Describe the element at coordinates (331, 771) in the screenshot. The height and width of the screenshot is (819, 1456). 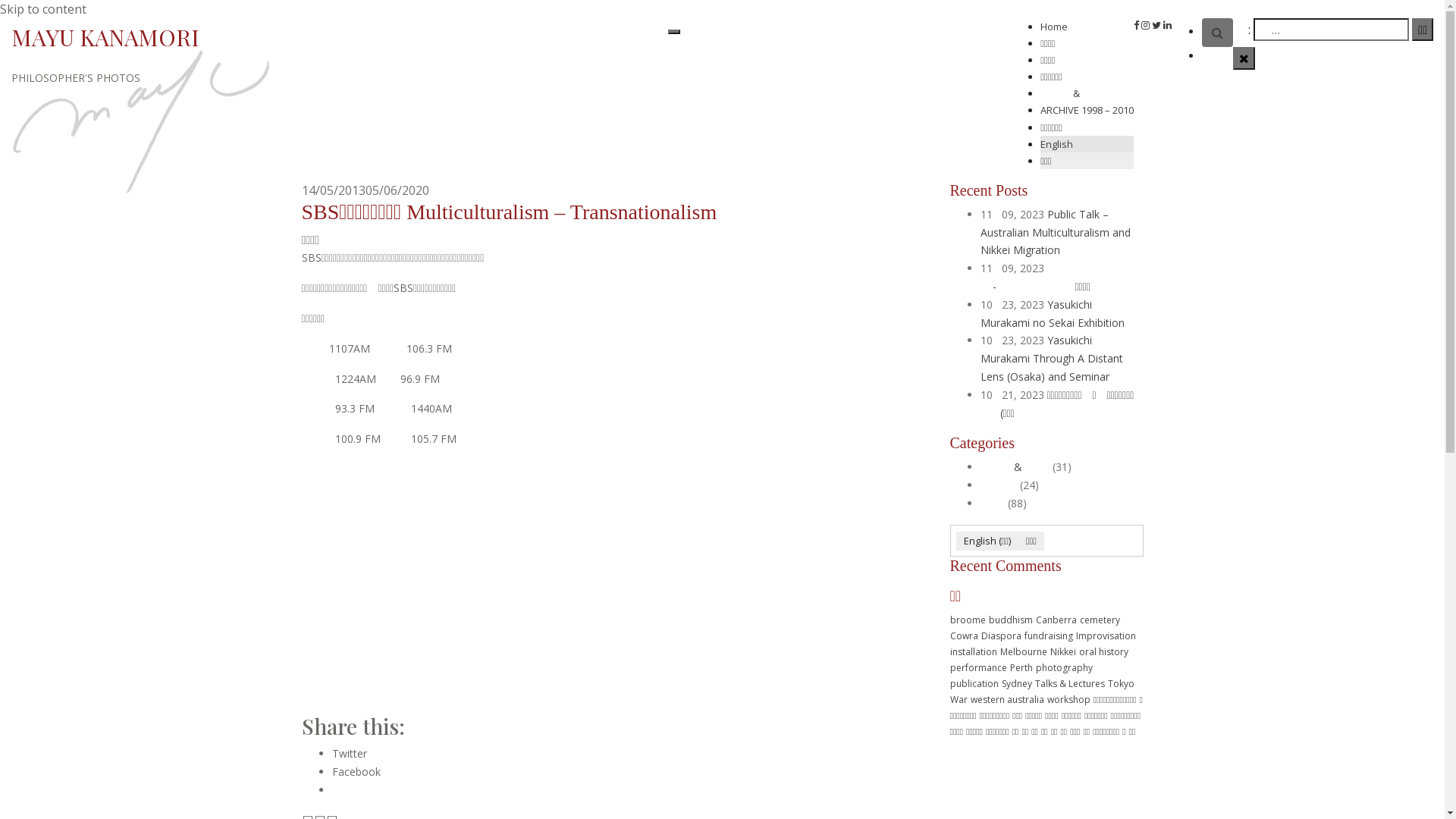
I see `'Facebook'` at that location.